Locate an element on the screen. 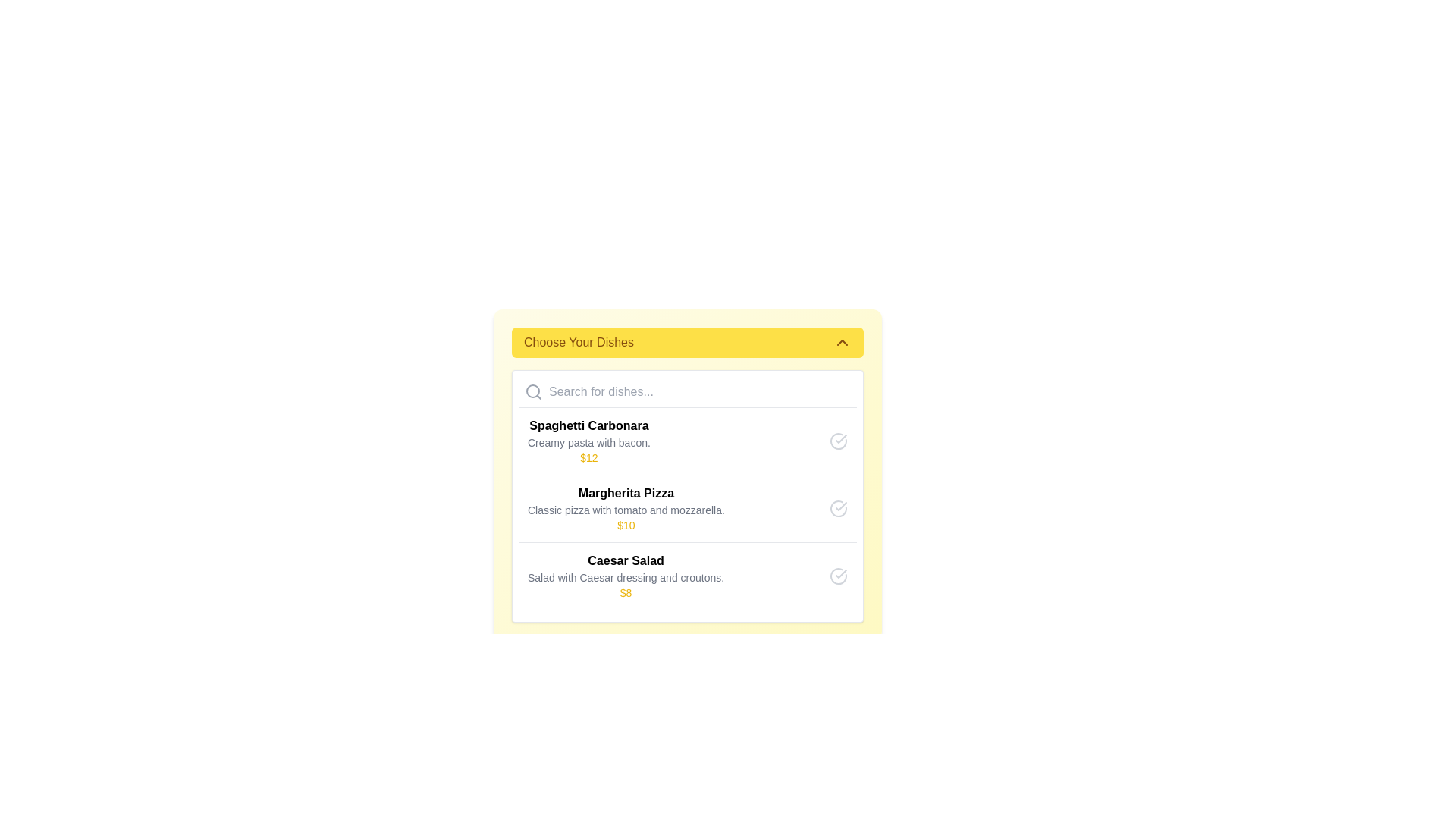 This screenshot has height=819, width=1456. the Dropdown toggle button labeled 'Choose Your Dishes' with a bright yellow background is located at coordinates (687, 342).